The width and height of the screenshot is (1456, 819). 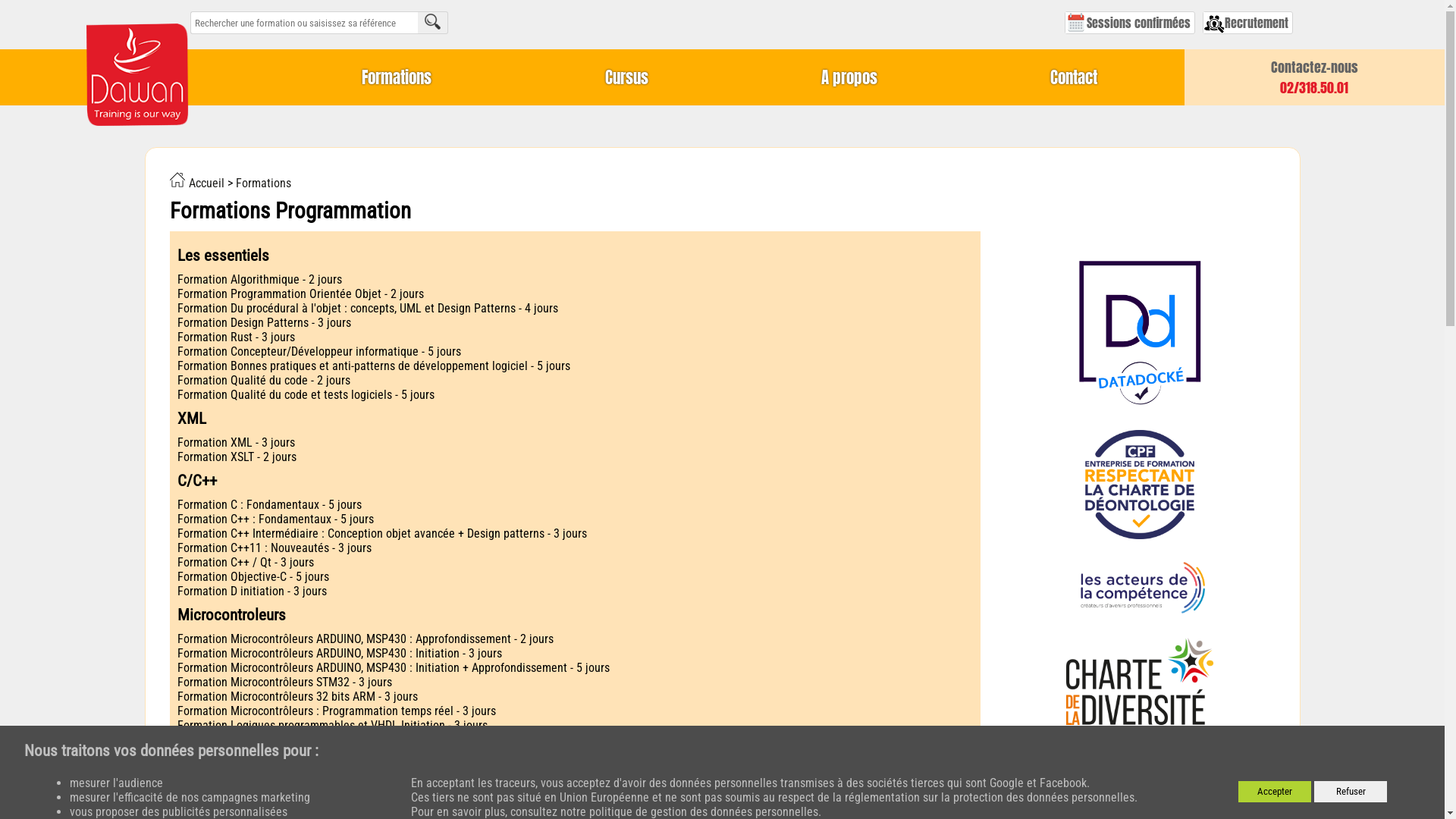 What do you see at coordinates (588, 77) in the screenshot?
I see `'Cursus'` at bounding box center [588, 77].